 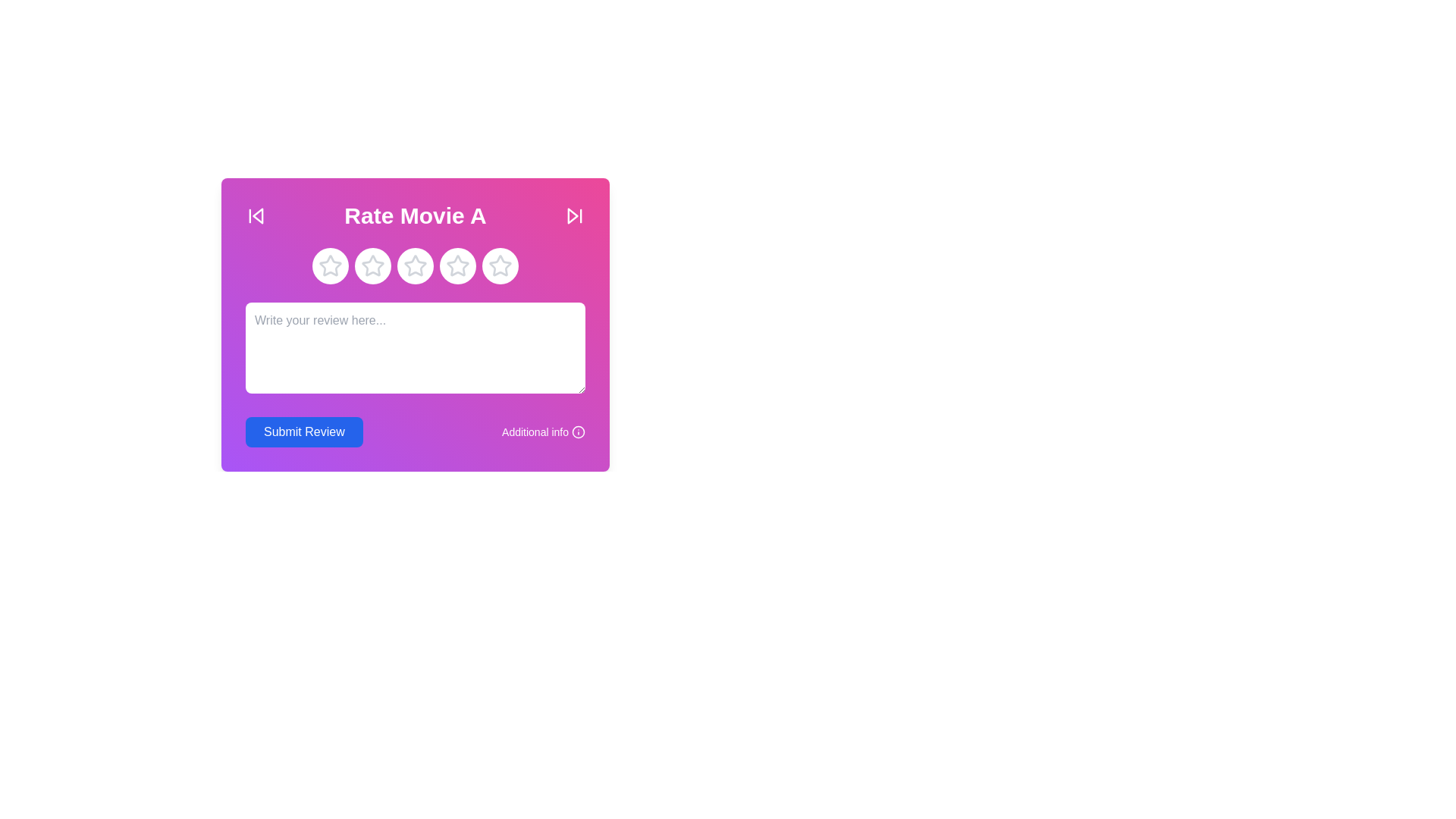 What do you see at coordinates (500, 265) in the screenshot?
I see `the fifth interactive rating star glyph in the row of five stars to focus on it` at bounding box center [500, 265].